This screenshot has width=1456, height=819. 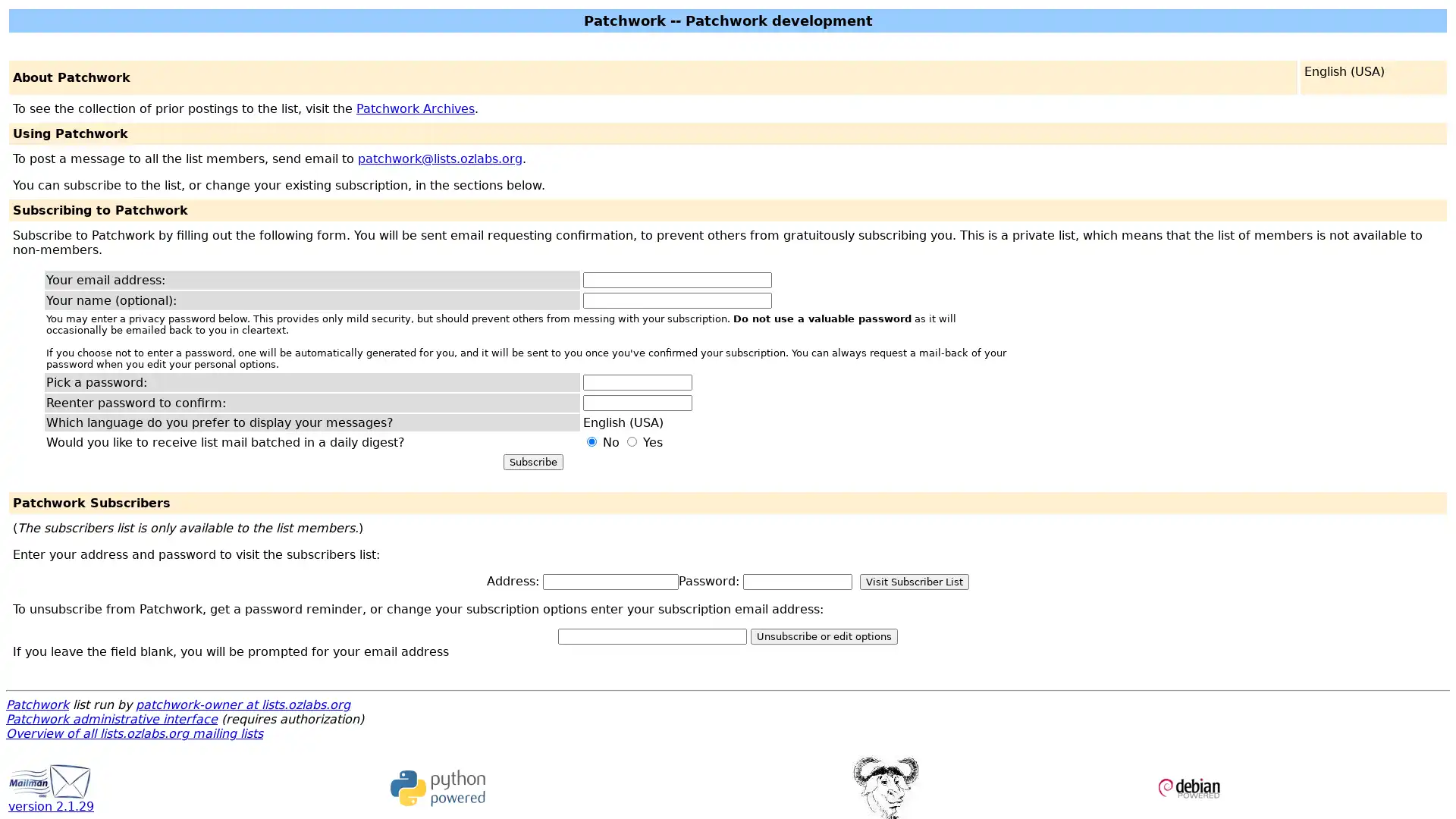 What do you see at coordinates (913, 581) in the screenshot?
I see `Visit Subscriber List` at bounding box center [913, 581].